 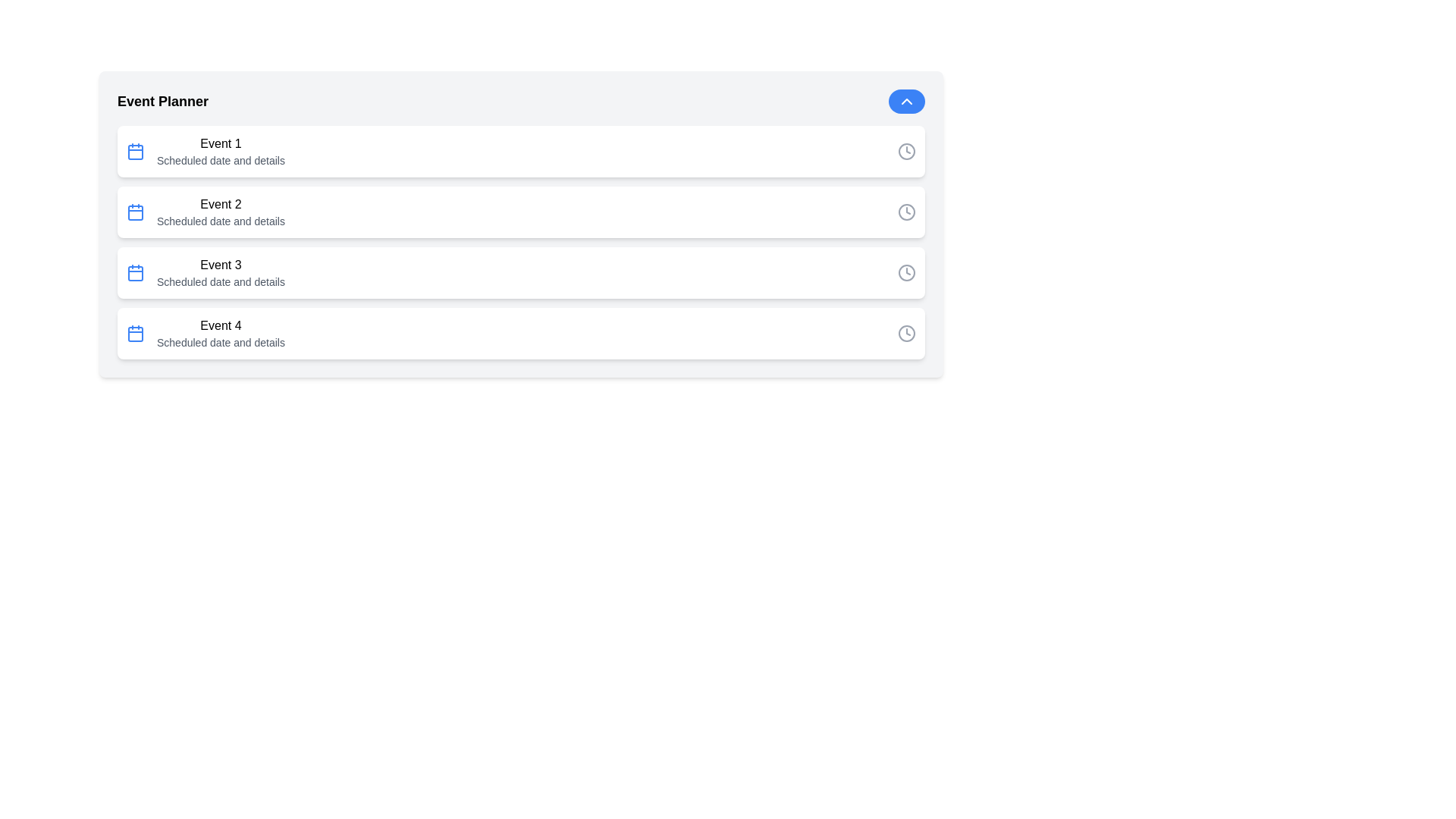 What do you see at coordinates (220, 212) in the screenshot?
I see `text from the text-based informative section titled 'Event 2' which displays 'Scheduled date and details' beneath it` at bounding box center [220, 212].